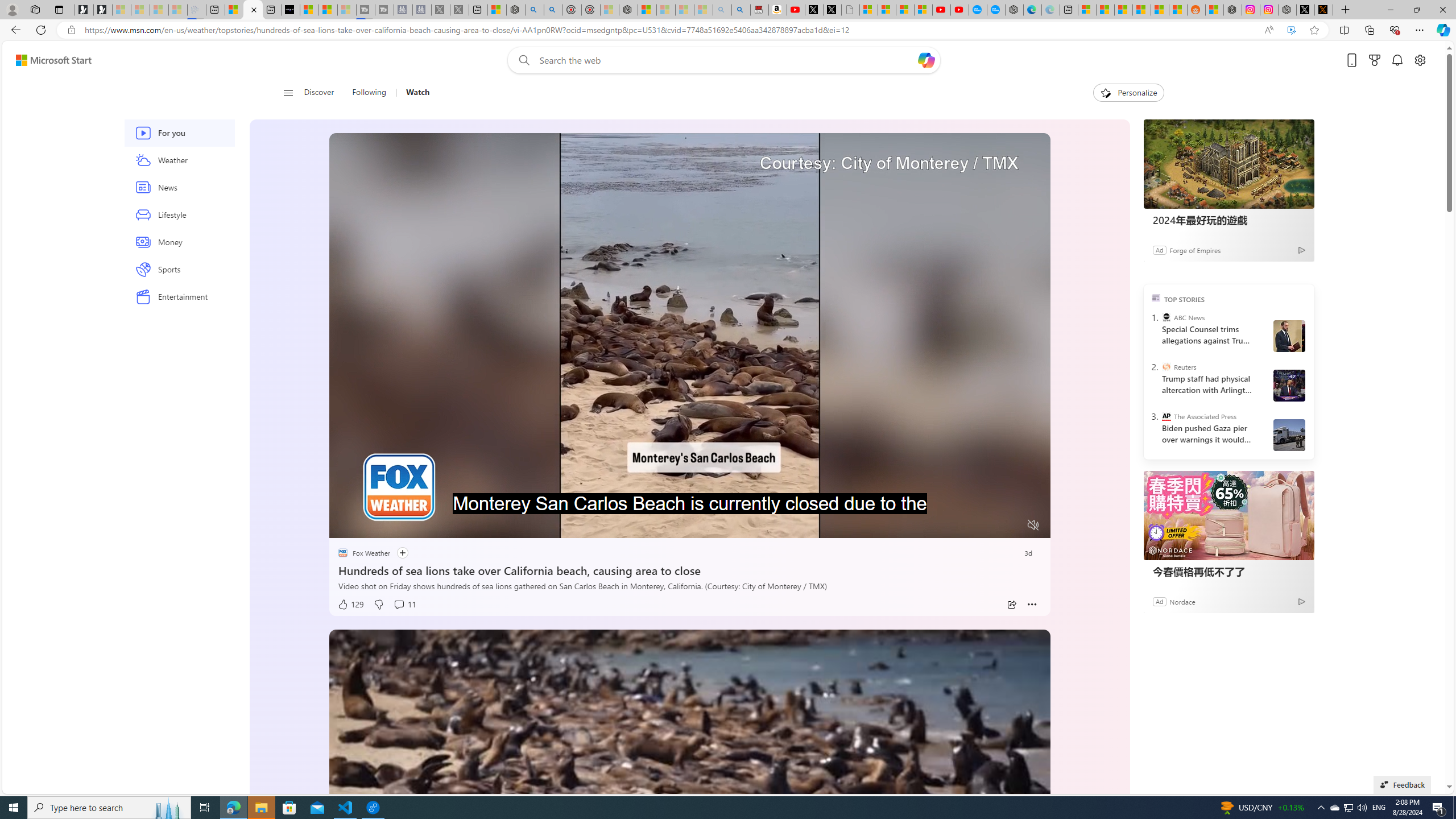 This screenshot has width=1456, height=819. I want to click on 'Seek Back', so click(368, 525).